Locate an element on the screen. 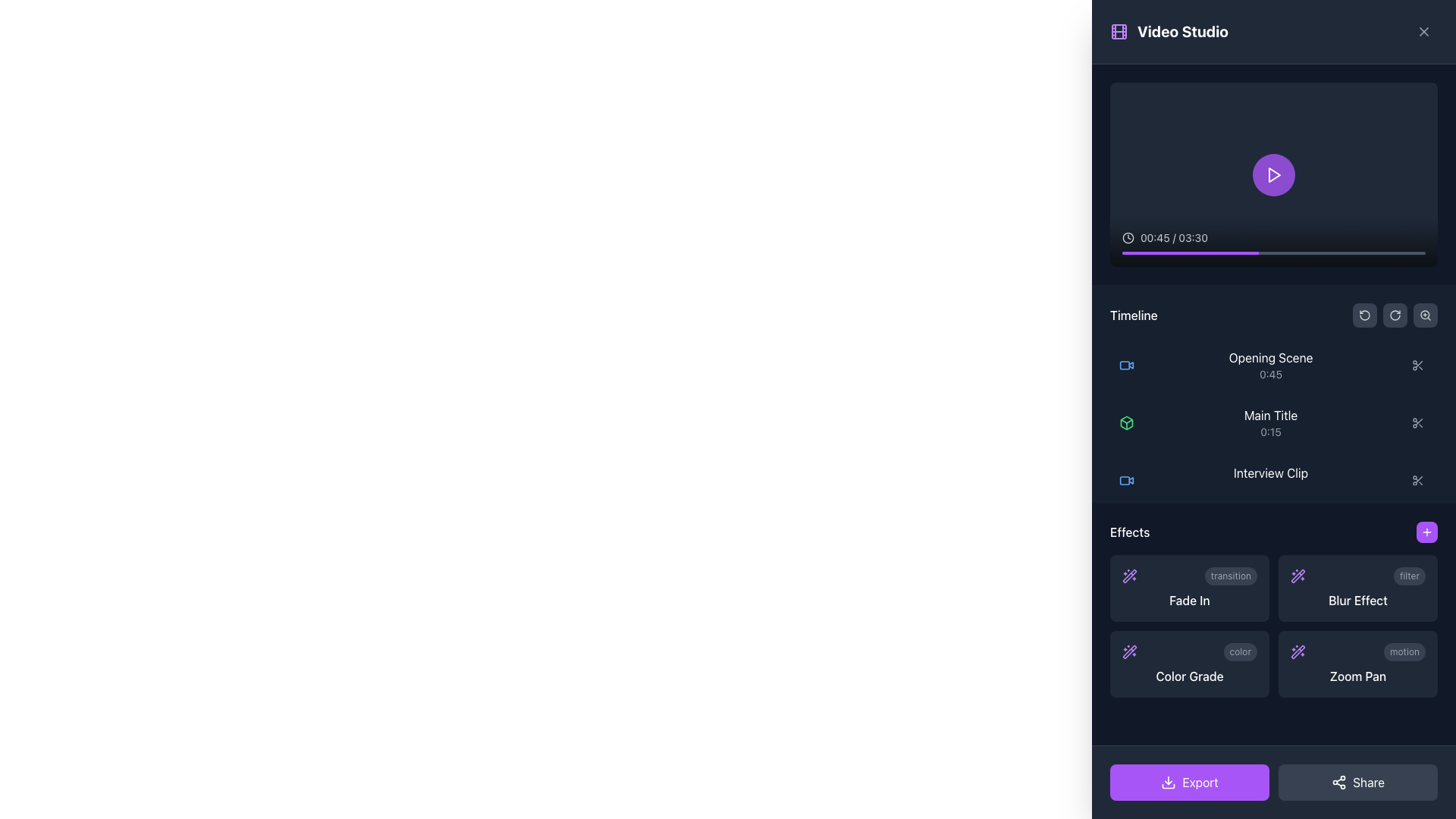  to select the 'Opening Scene' timeline entry, which is the first item in the timeline list located below the video preview area is located at coordinates (1270, 366).